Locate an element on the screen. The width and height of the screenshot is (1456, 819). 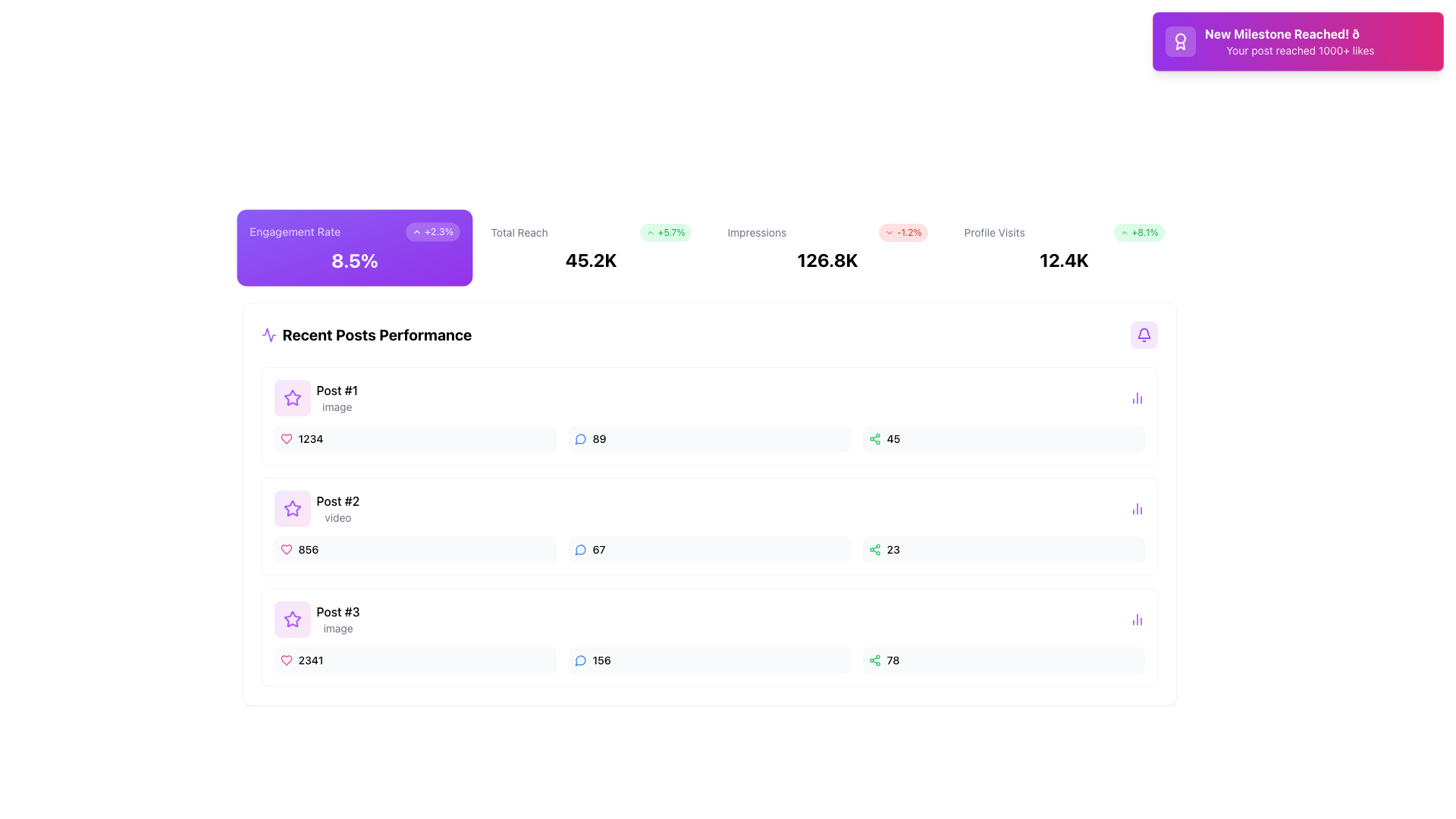
value displayed in the Text Label that shows the quantitative metric for 'Total Reach', centrally positioned within its card among other metrics is located at coordinates (590, 259).